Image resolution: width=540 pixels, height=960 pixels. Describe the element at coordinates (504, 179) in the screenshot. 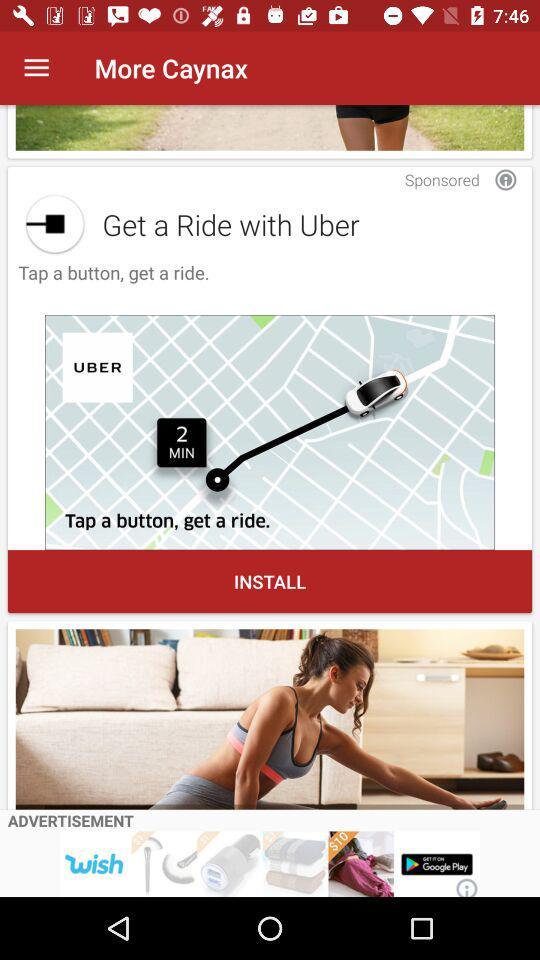

I see `sponsored` at that location.